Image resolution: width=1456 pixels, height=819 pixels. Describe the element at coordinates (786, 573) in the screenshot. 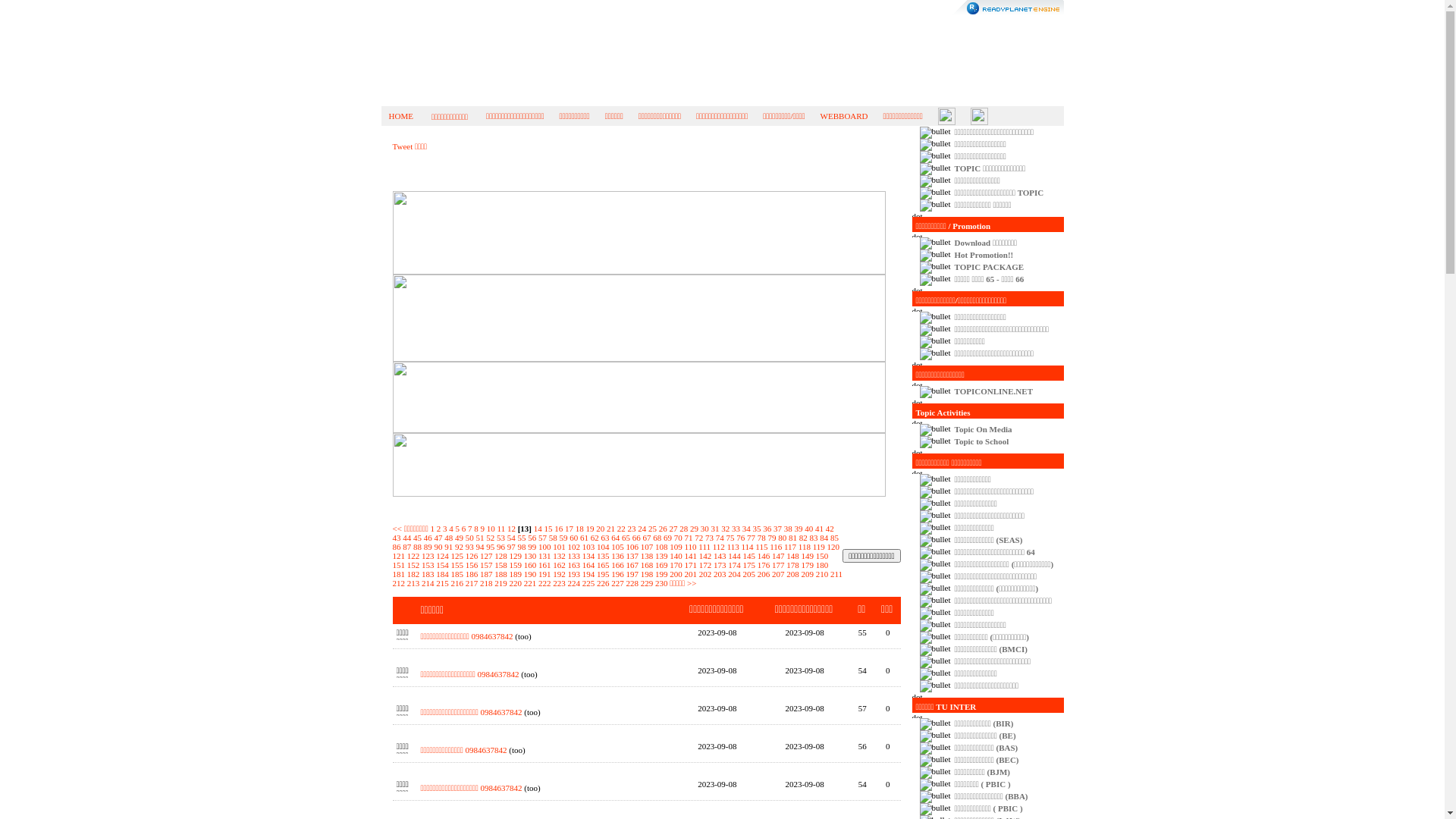

I see `'208'` at that location.